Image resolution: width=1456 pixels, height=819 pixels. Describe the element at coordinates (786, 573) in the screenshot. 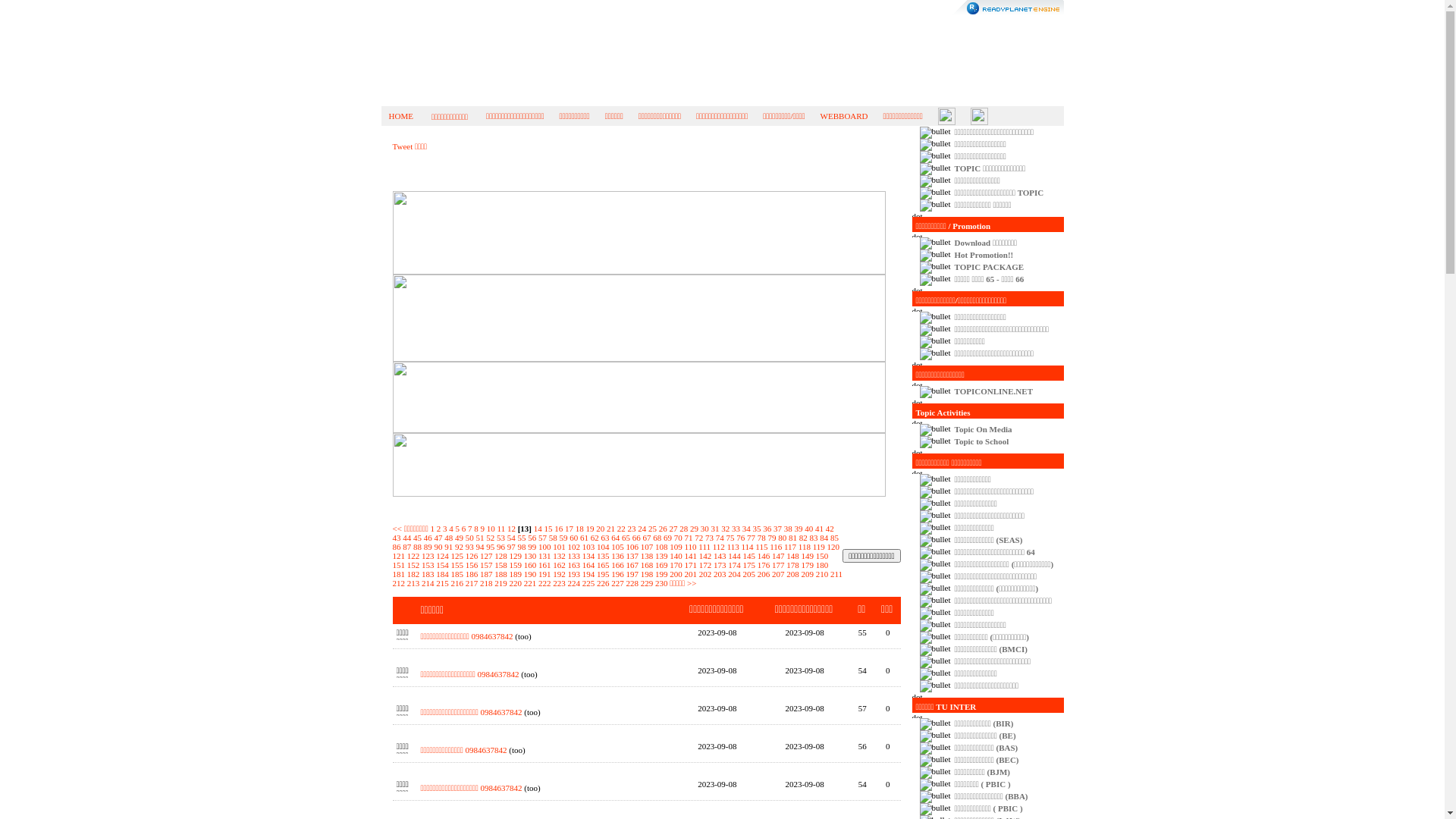

I see `'208'` at that location.